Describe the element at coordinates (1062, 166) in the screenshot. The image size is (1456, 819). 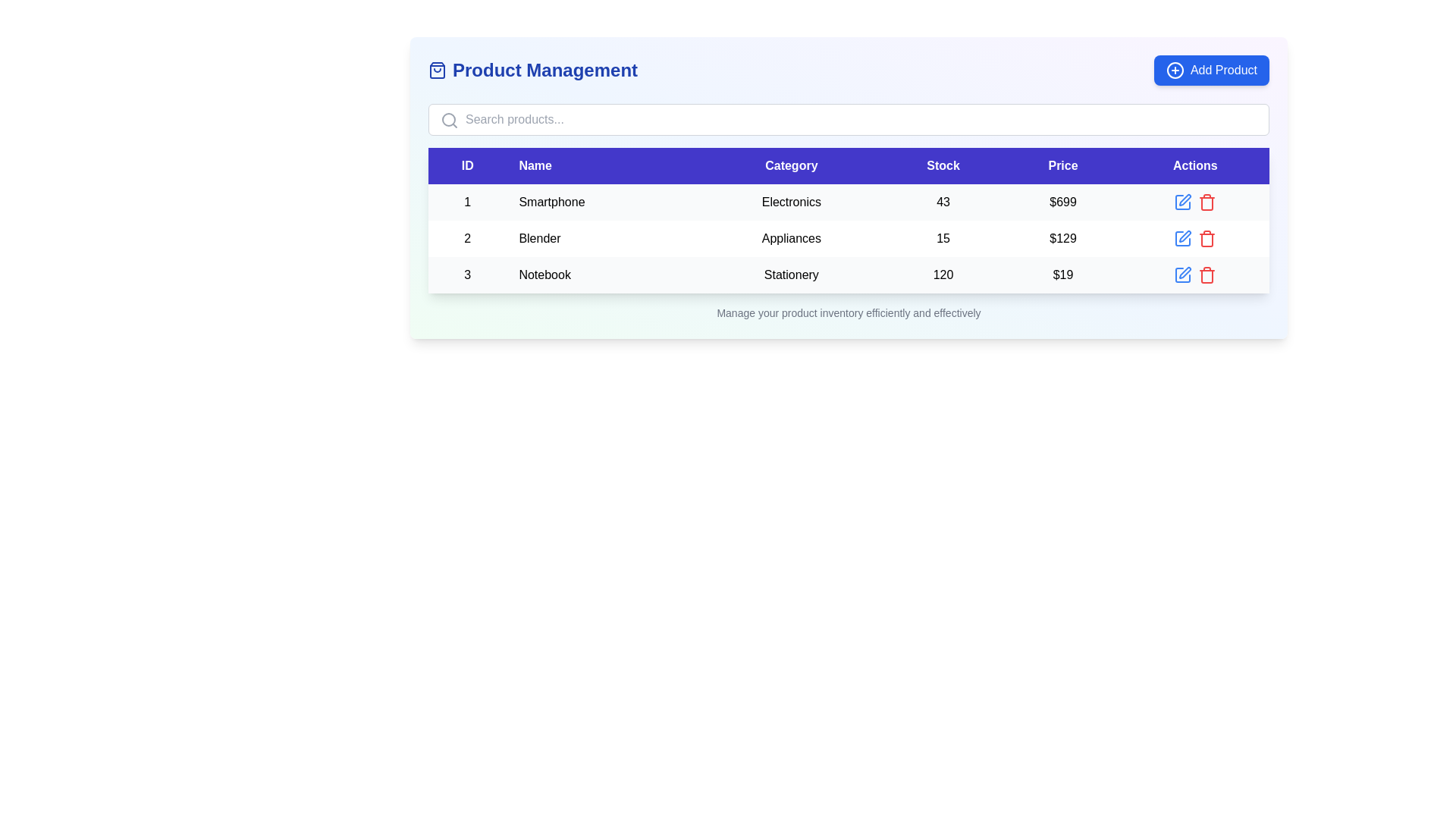
I see `the 'Price' text label, which is the fifth column header in a table, styled in white text on a purple background, located centrally above the 'Price' column` at that location.